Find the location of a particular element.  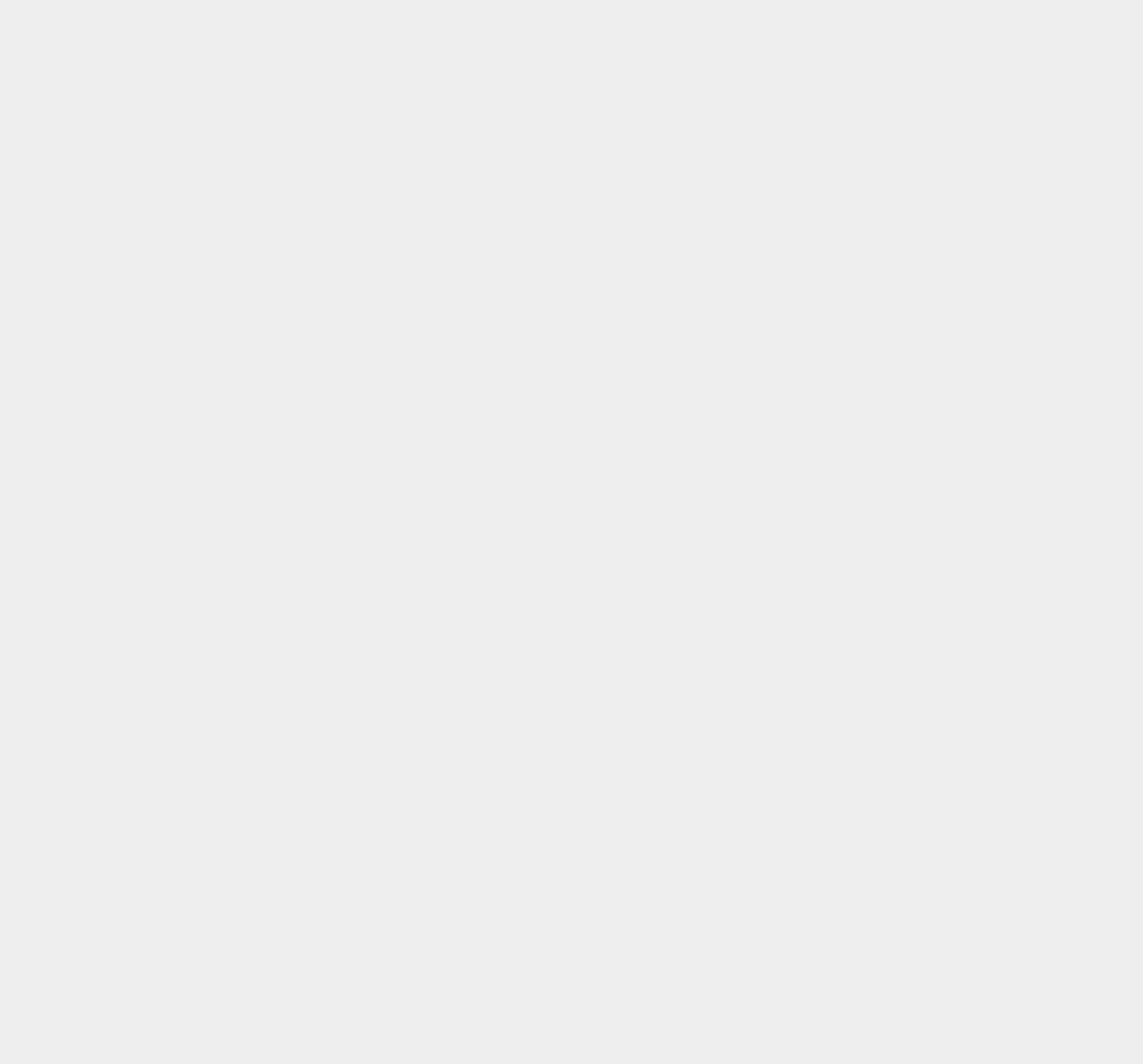

'Notebook' is located at coordinates (837, 437).